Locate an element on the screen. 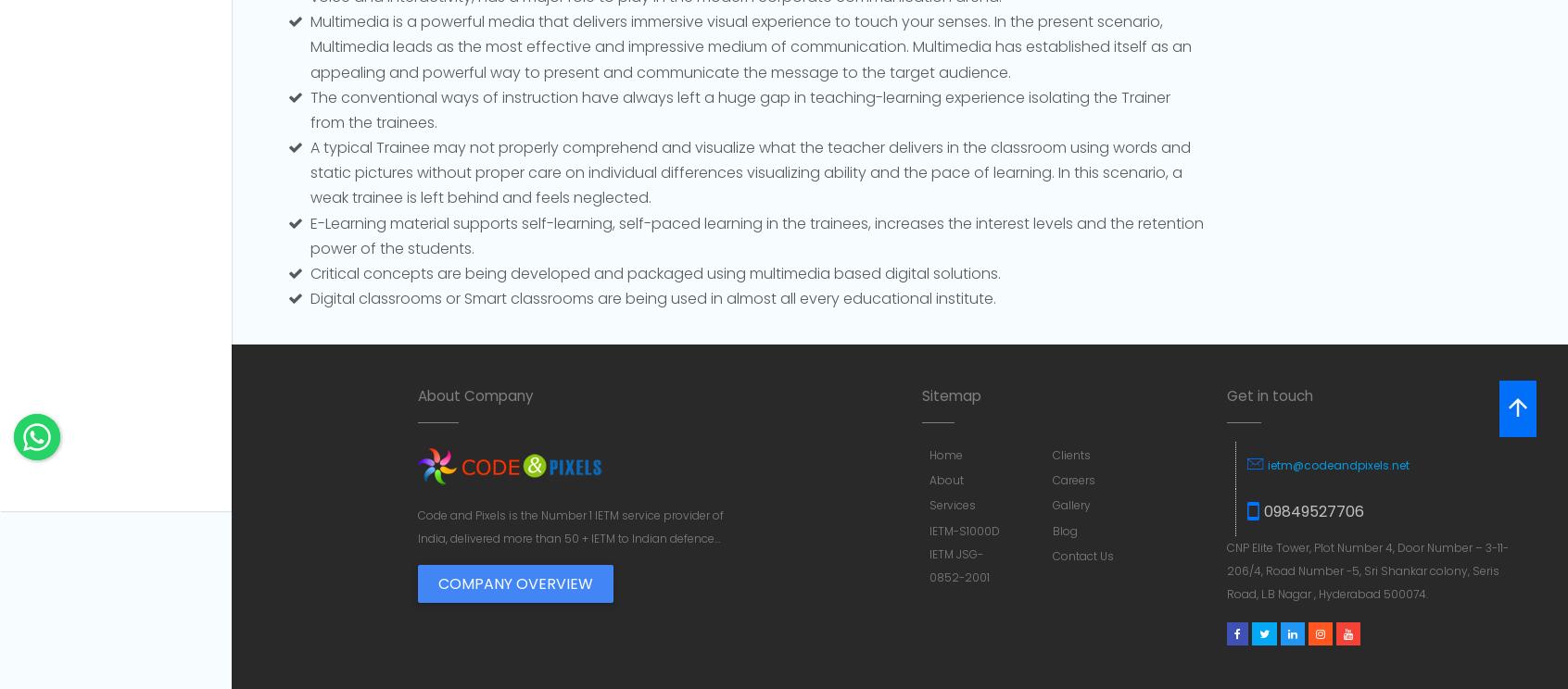 This screenshot has width=1568, height=689. 'Careers' is located at coordinates (1073, 480).